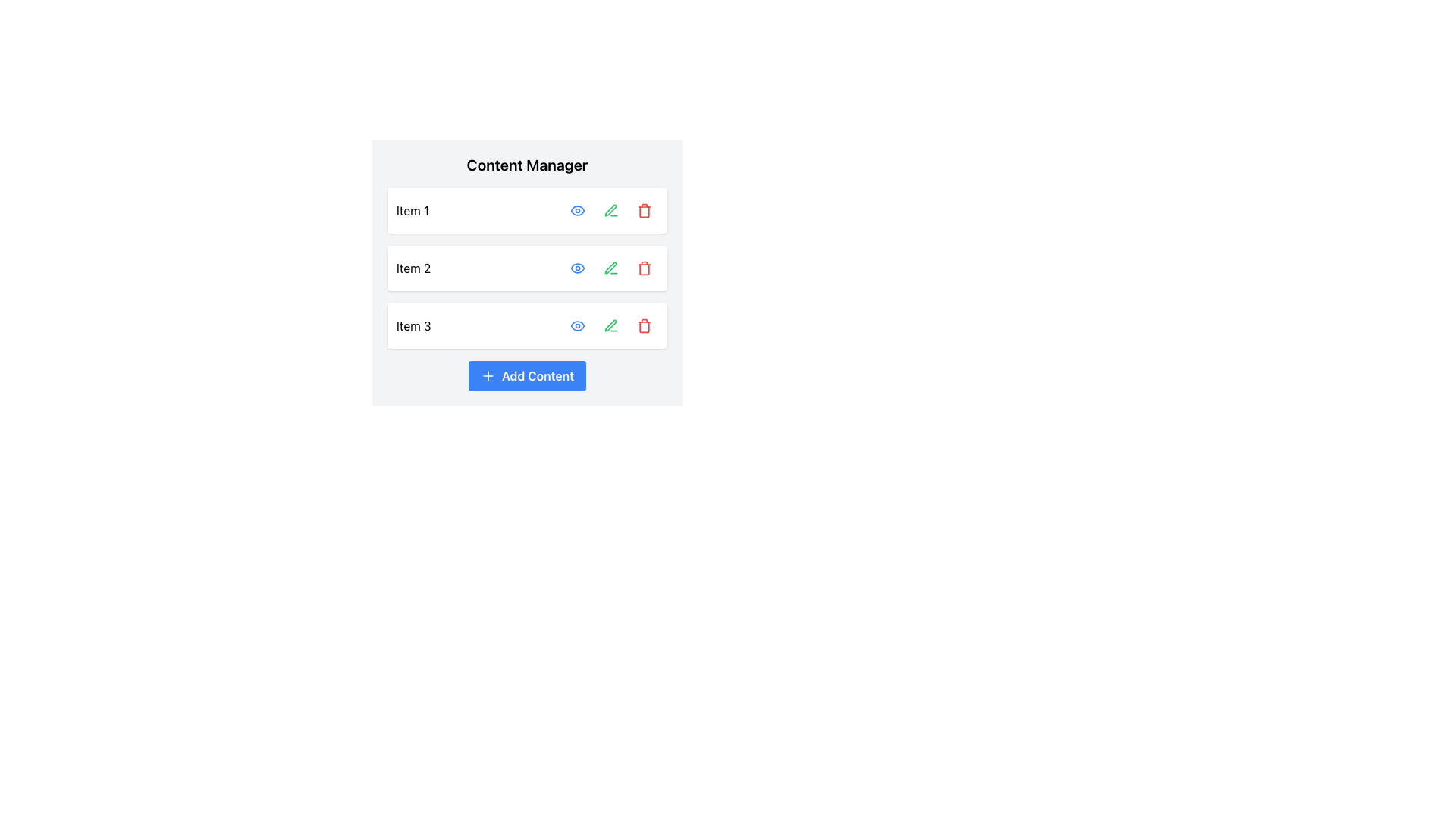 Image resolution: width=1456 pixels, height=819 pixels. What do you see at coordinates (644, 325) in the screenshot?
I see `the trash can icon button with an SVG graphic located in the action panel adjacent to 'Item 3'` at bounding box center [644, 325].